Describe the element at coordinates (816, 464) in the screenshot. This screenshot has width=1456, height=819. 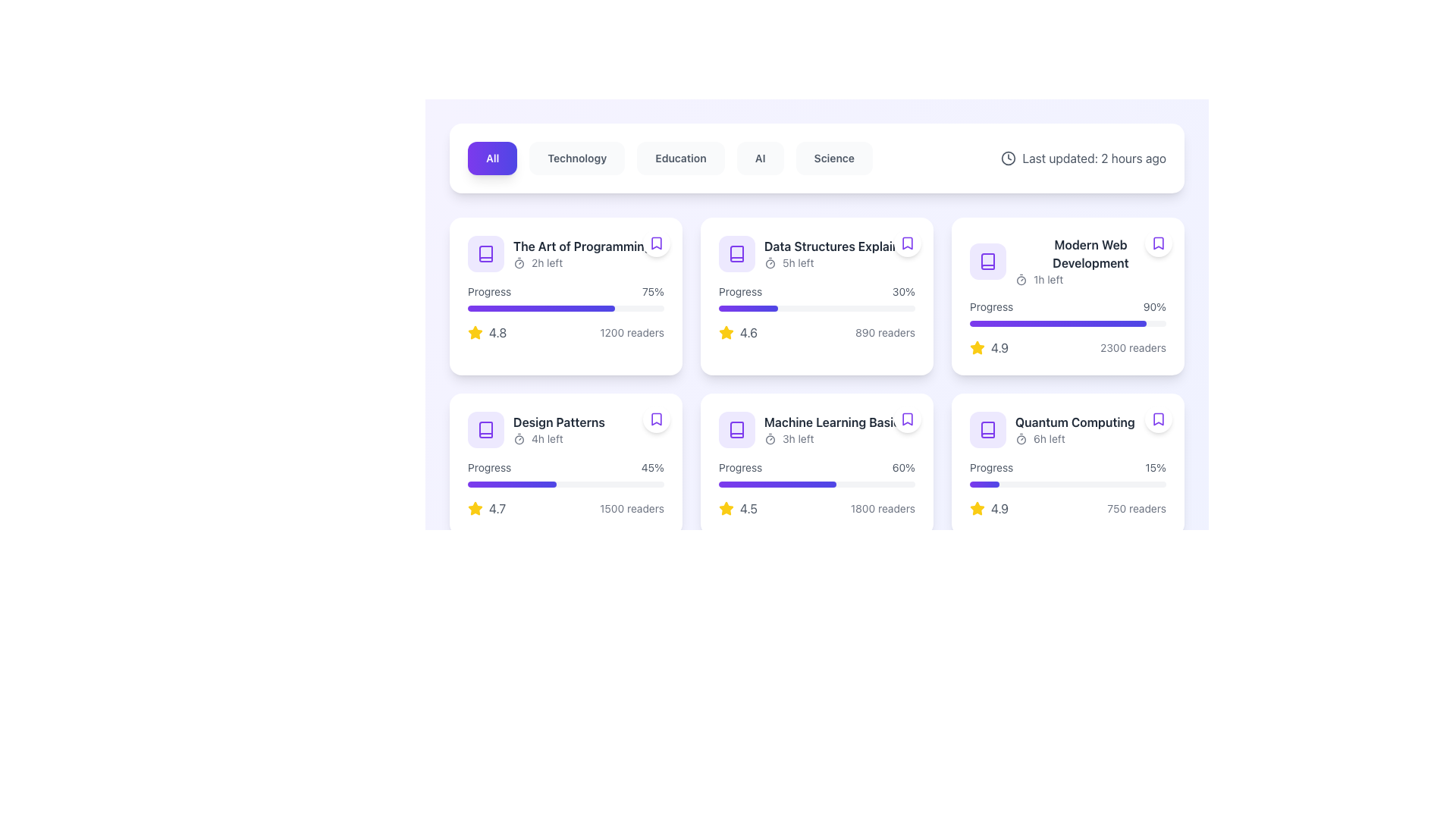
I see `course information from the informational card titled 'Machine Learning Basics', located in the second row, second column of the grid layout` at that location.